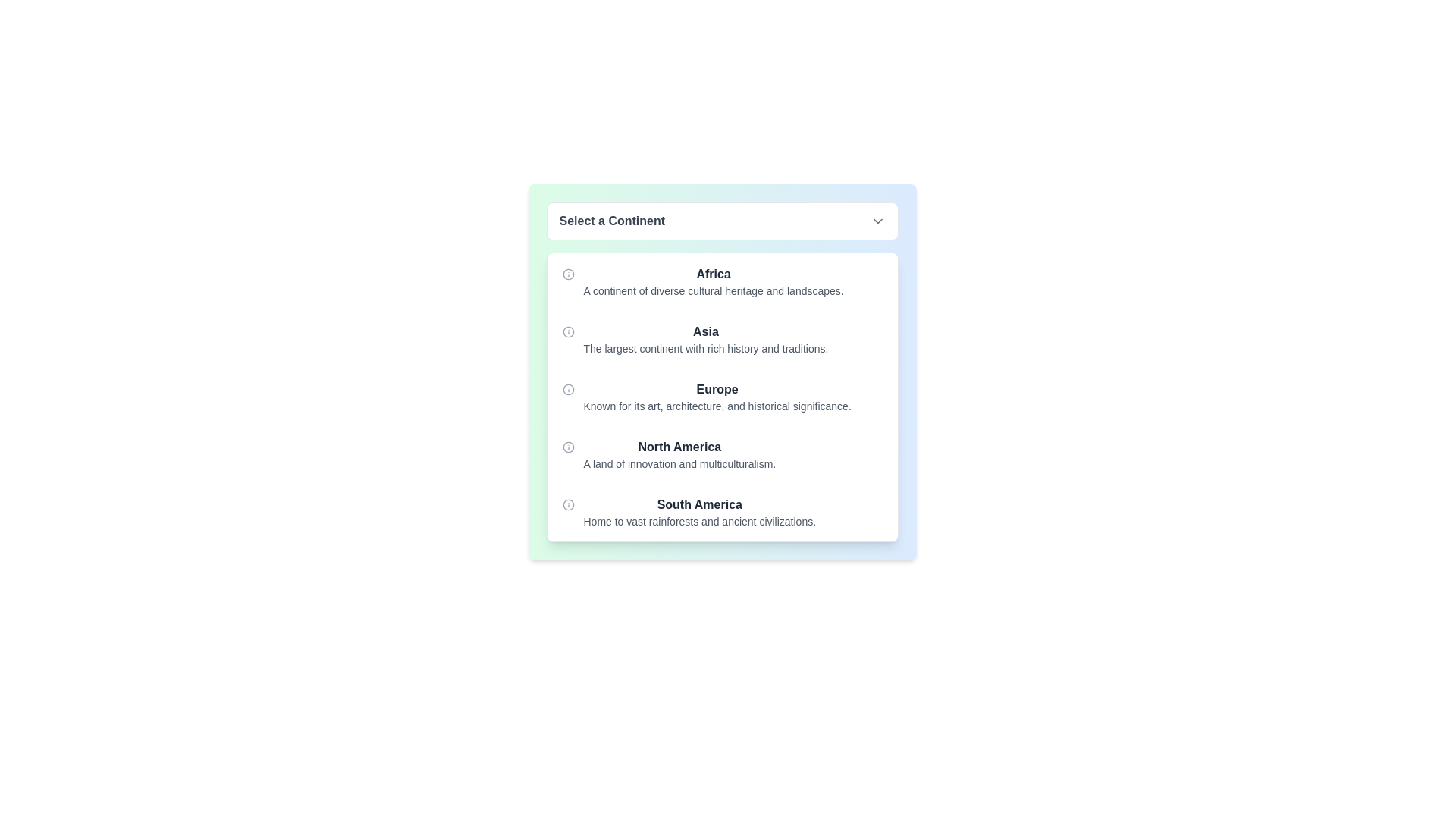  I want to click on the fifth list item labeled 'South America' which includes an informational icon, title, and description, so click(721, 512).